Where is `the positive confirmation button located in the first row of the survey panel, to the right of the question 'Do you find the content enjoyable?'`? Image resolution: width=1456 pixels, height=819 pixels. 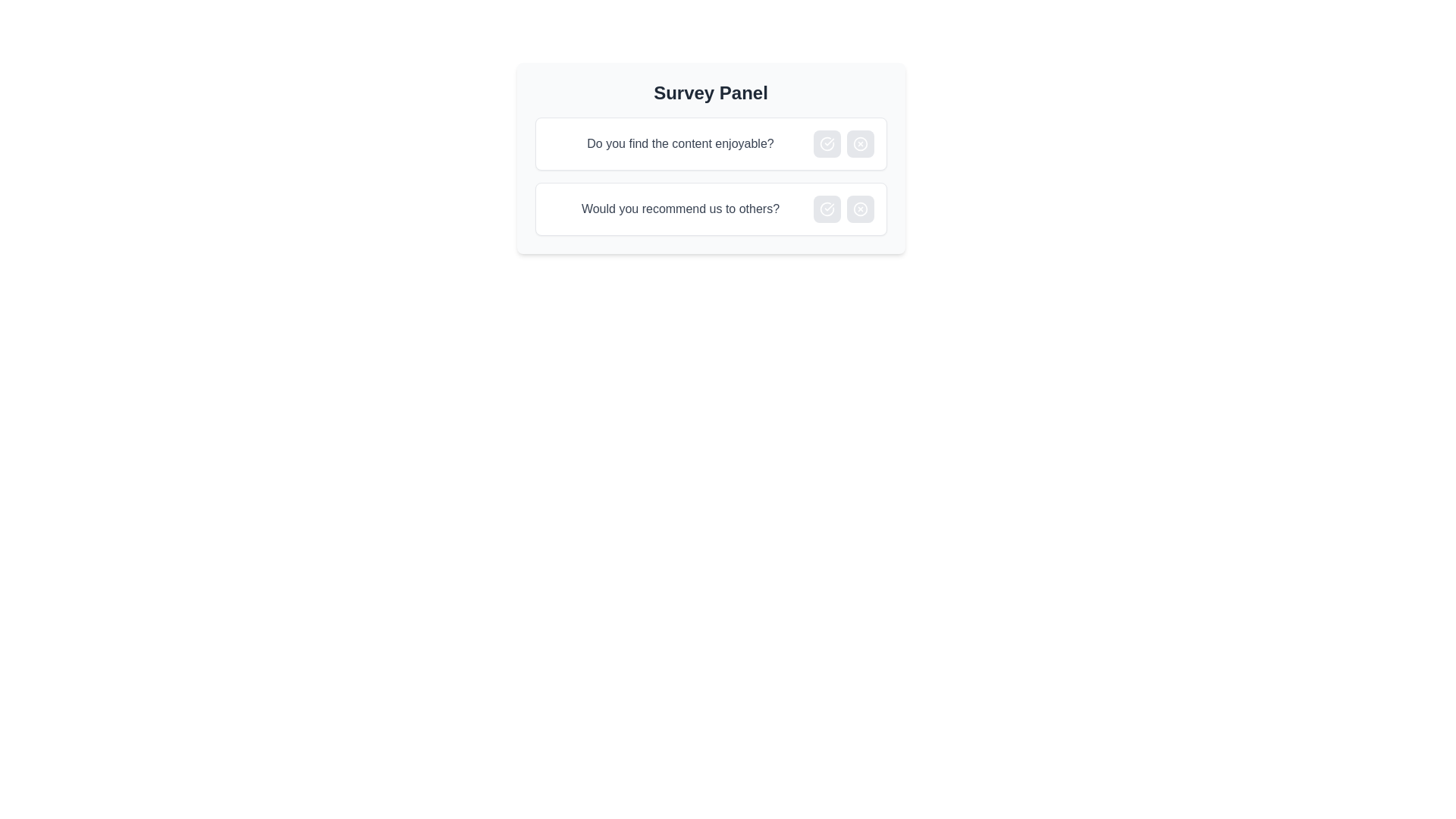
the positive confirmation button located in the first row of the survey panel, to the right of the question 'Do you find the content enjoyable?' is located at coordinates (826, 143).